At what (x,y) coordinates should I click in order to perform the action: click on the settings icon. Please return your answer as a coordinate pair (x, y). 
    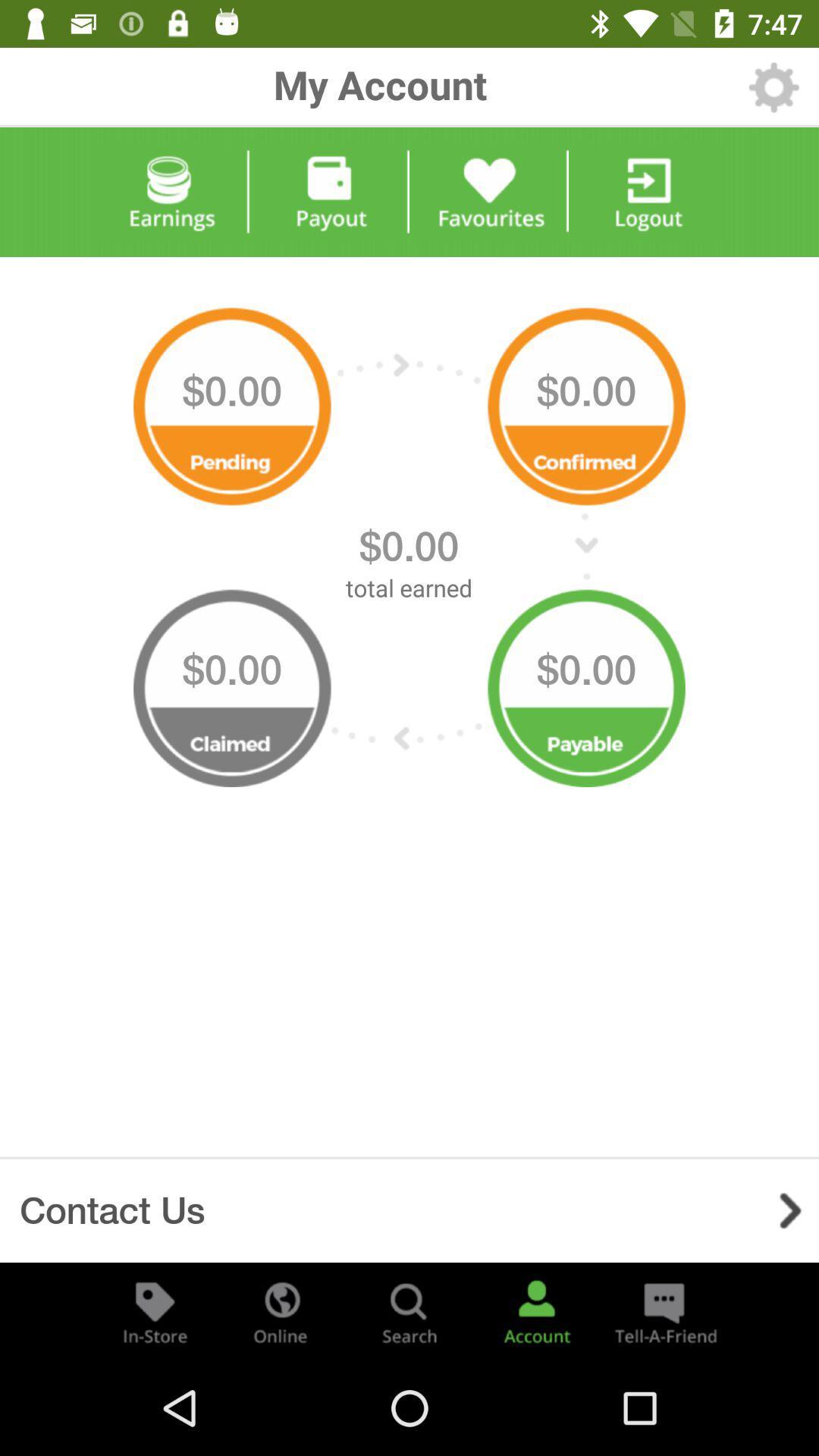
    Looking at the image, I should click on (773, 86).